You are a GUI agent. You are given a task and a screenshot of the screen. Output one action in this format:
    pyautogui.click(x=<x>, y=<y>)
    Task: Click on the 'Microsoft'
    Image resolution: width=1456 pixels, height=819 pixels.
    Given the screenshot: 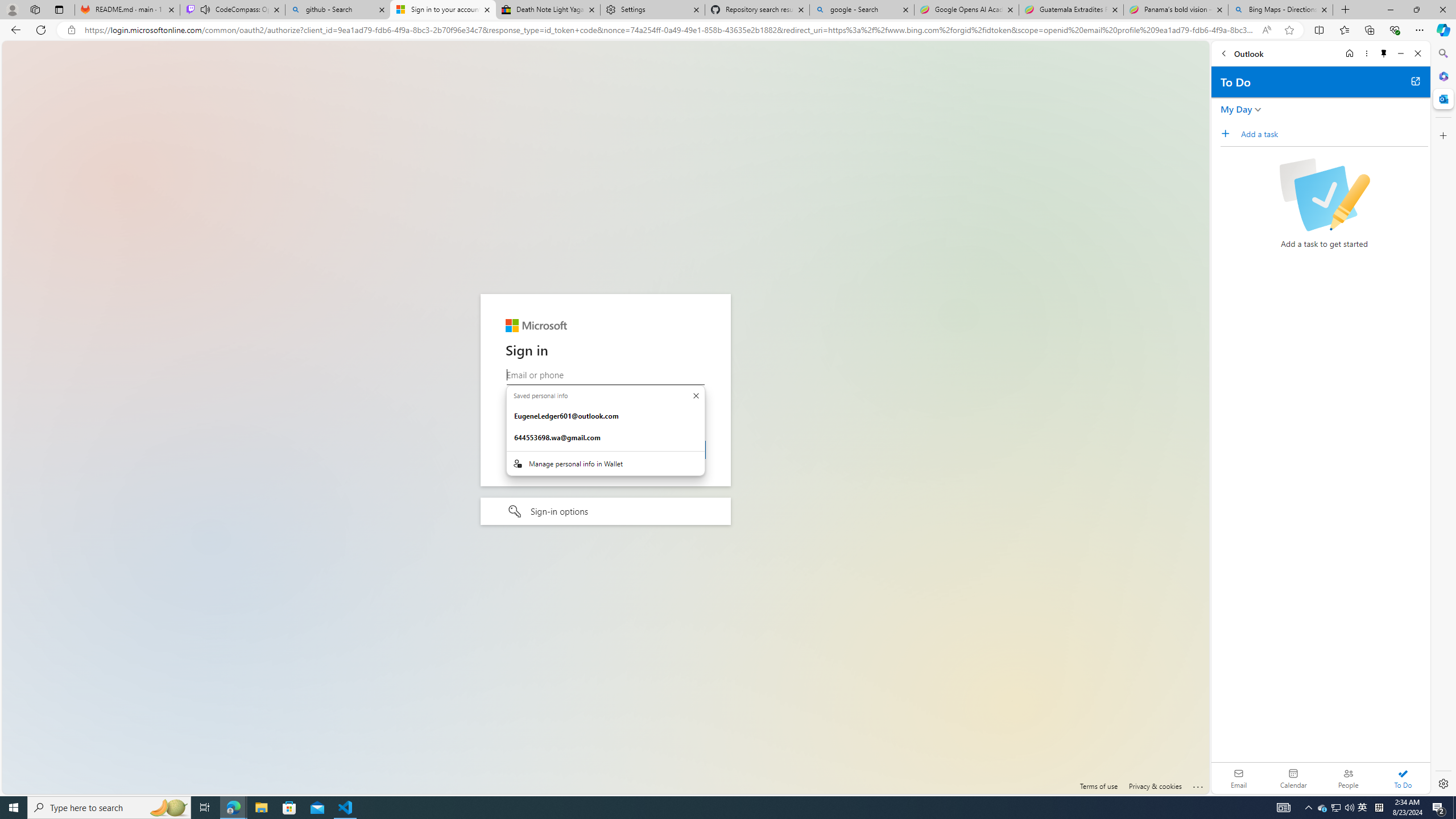 What is the action you would take?
    pyautogui.click(x=535, y=325)
    